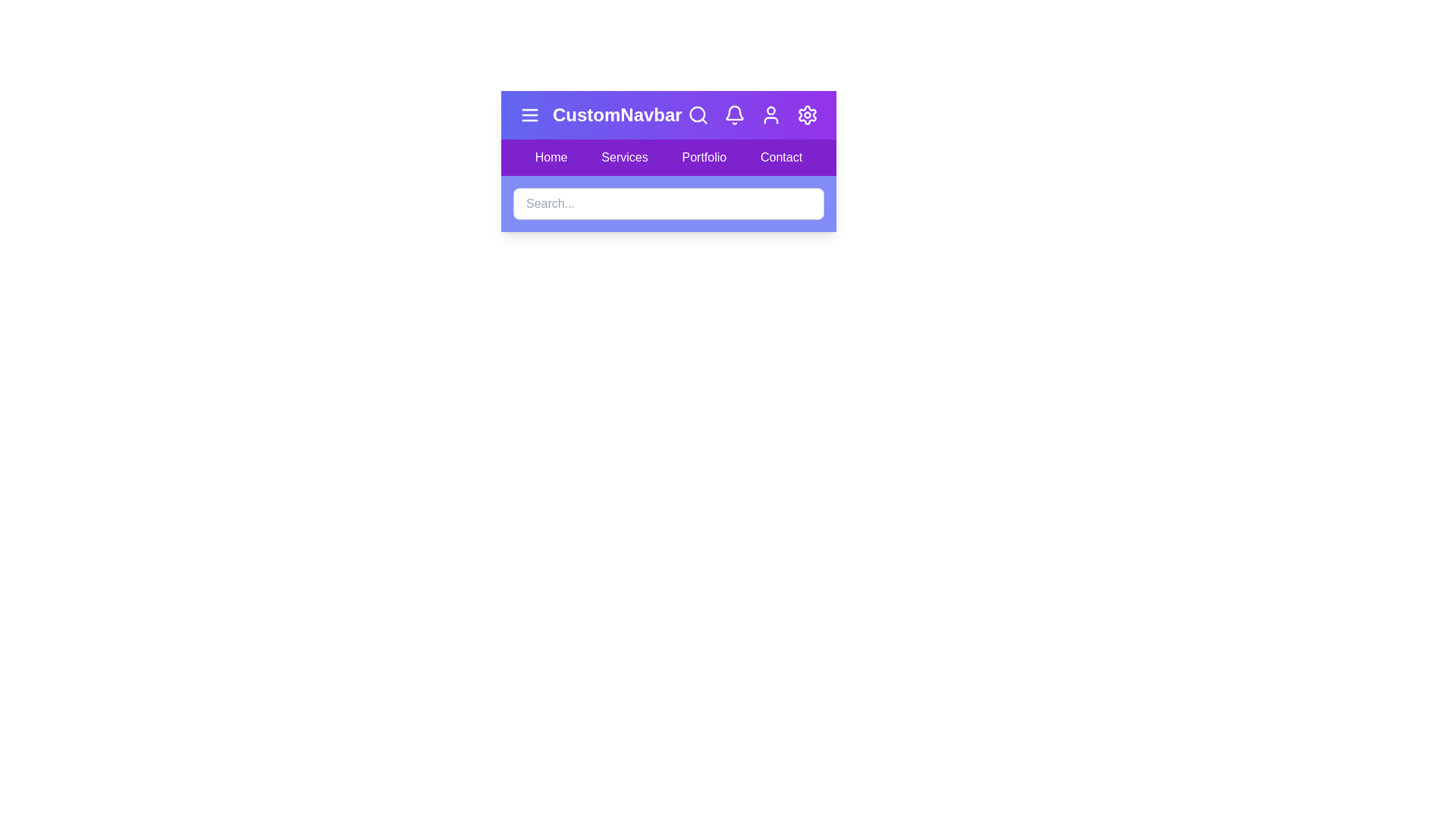 This screenshot has height=819, width=1456. What do you see at coordinates (704, 158) in the screenshot?
I see `the navigation link Portfolio` at bounding box center [704, 158].